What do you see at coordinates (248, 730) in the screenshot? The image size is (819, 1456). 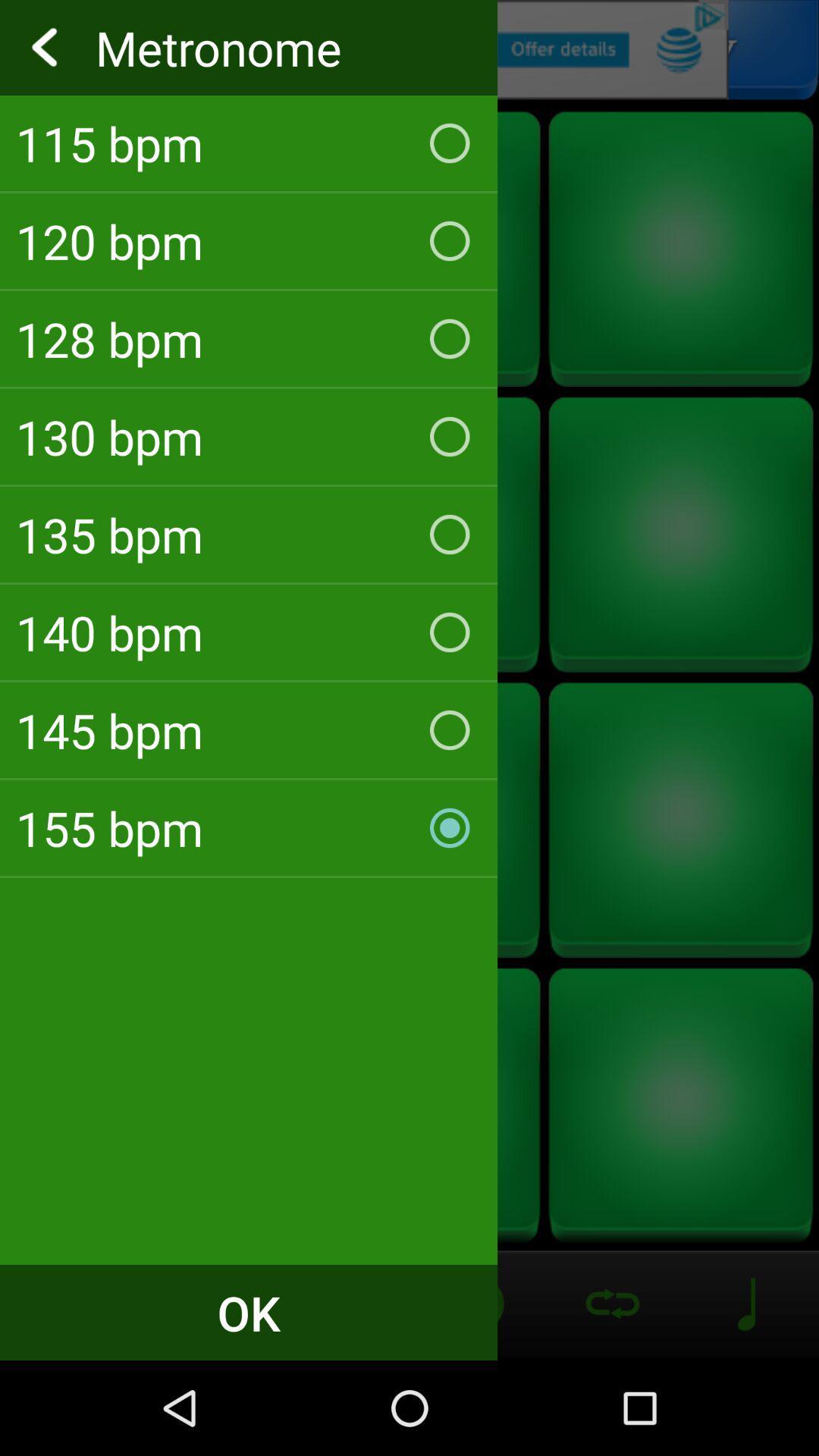 I see `the 145 bpm icon` at bounding box center [248, 730].